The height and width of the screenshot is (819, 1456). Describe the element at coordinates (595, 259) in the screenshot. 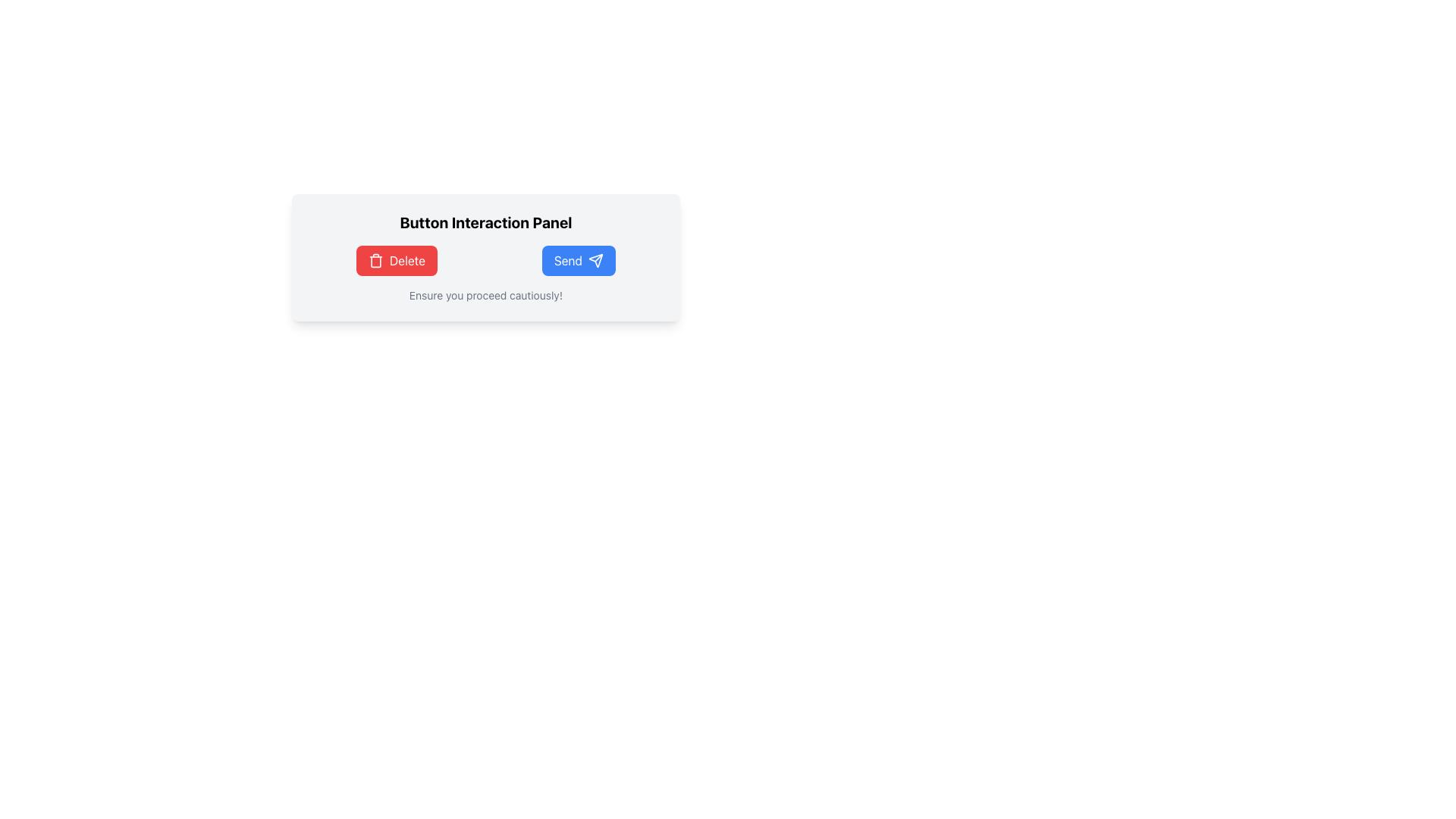

I see `the 'Send' button icon, which is visually associated with sending actions and located on the right side of the 'Send' button in the Button Interaction Panel` at that location.